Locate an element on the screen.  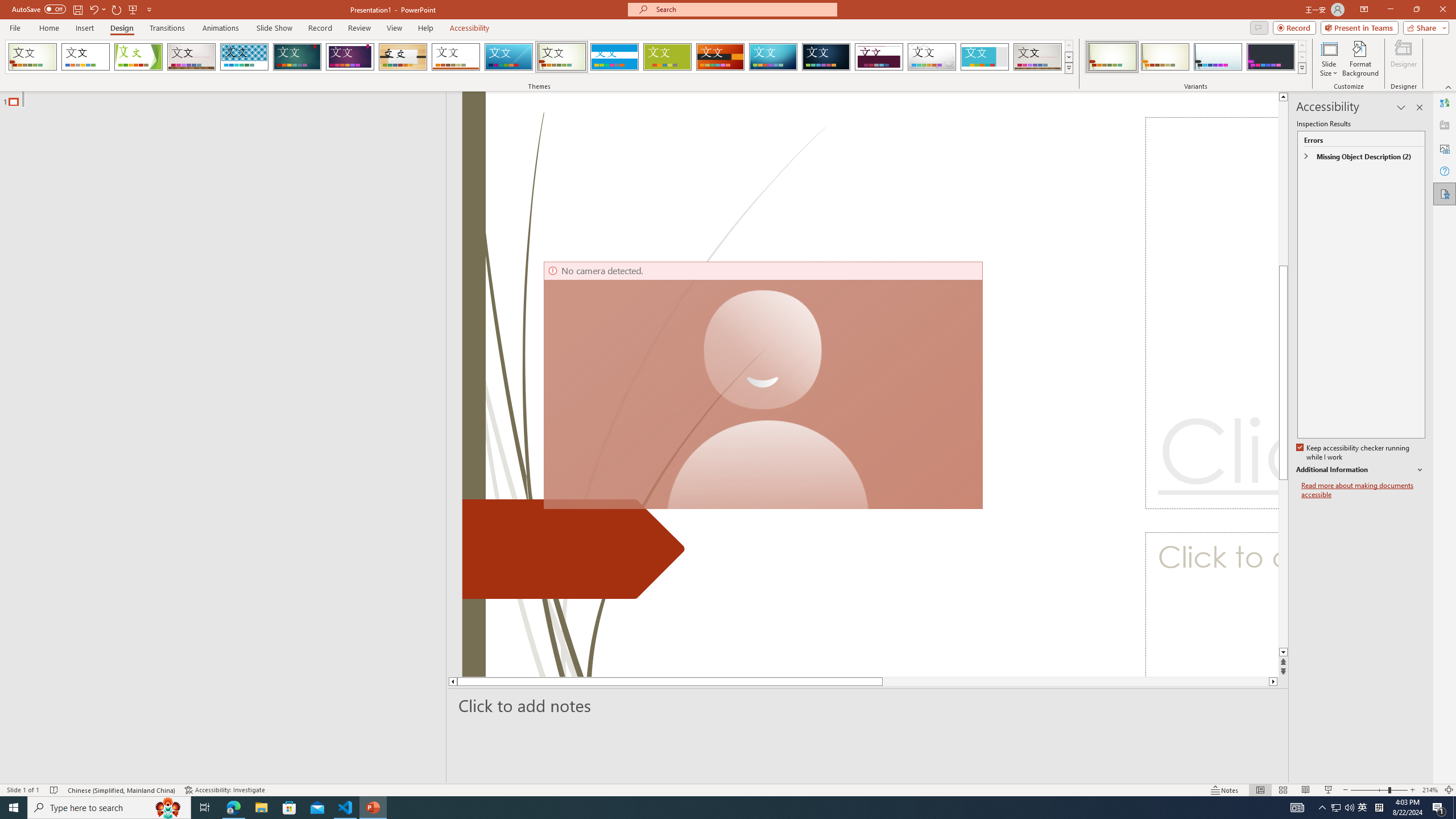
'Slide Notes' is located at coordinates (868, 705).